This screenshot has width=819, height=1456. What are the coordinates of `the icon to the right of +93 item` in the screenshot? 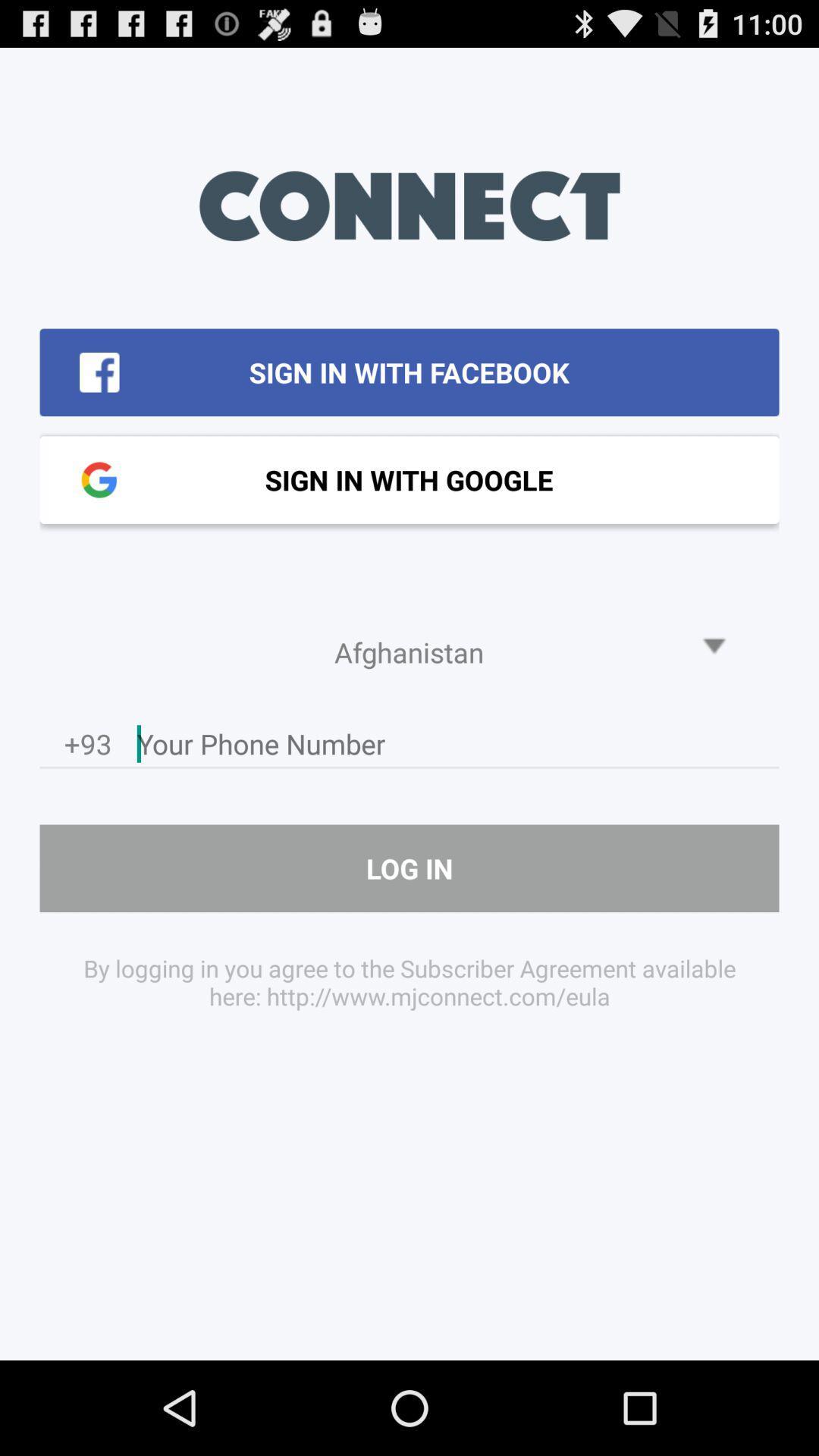 It's located at (457, 748).